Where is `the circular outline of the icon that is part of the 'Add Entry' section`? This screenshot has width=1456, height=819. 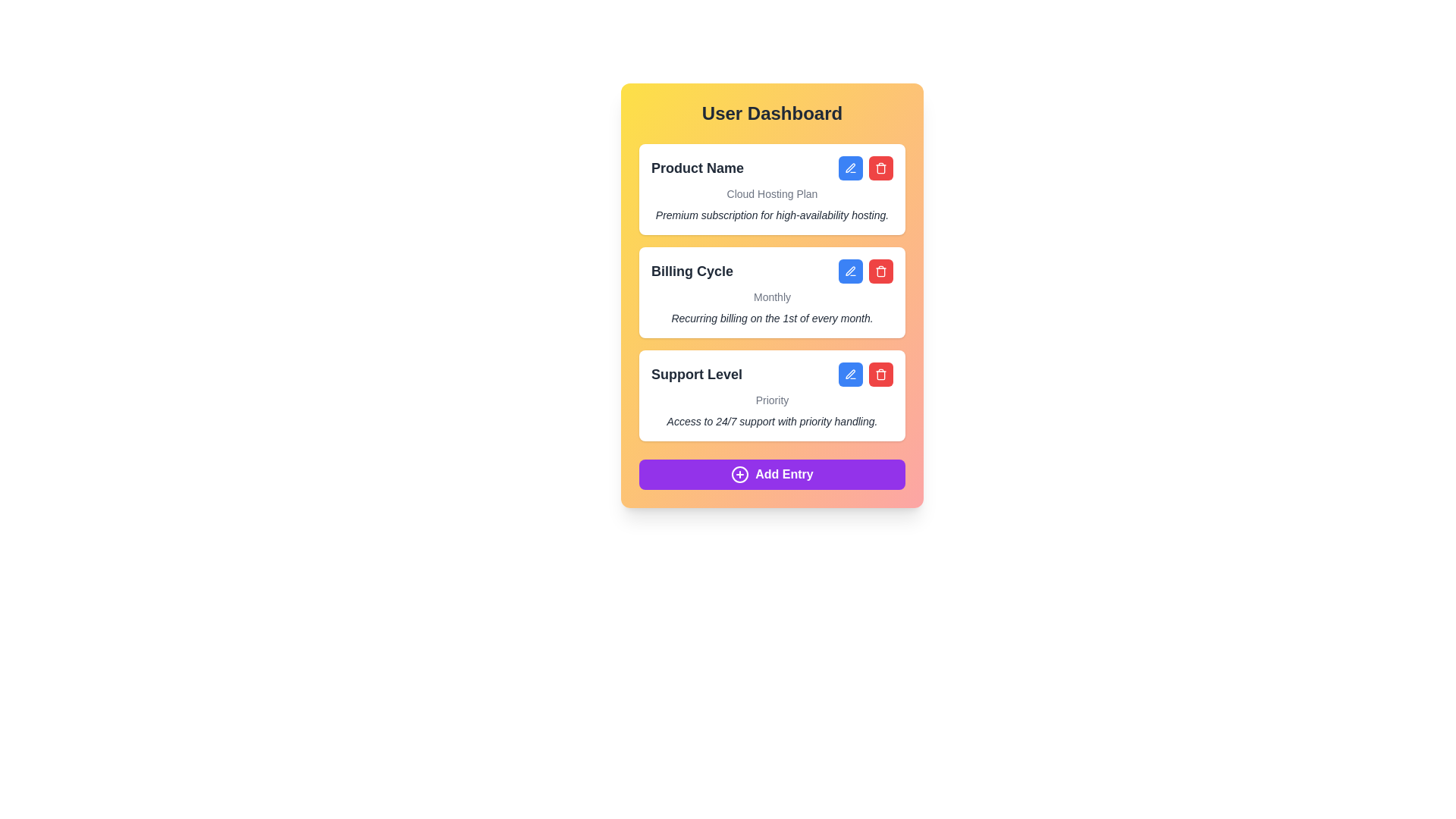
the circular outline of the icon that is part of the 'Add Entry' section is located at coordinates (740, 473).